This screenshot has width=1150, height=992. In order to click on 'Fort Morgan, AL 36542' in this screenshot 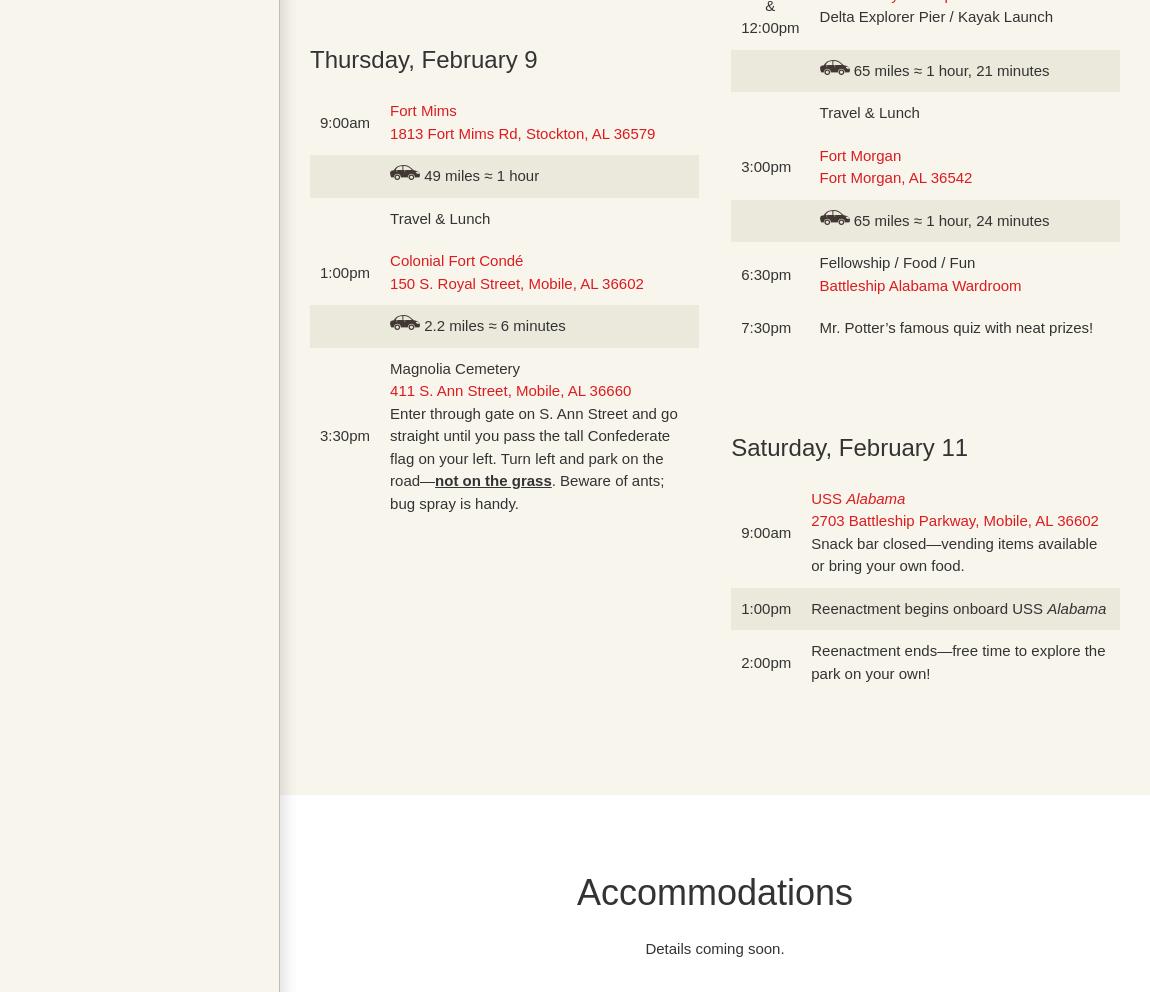, I will do `click(895, 176)`.